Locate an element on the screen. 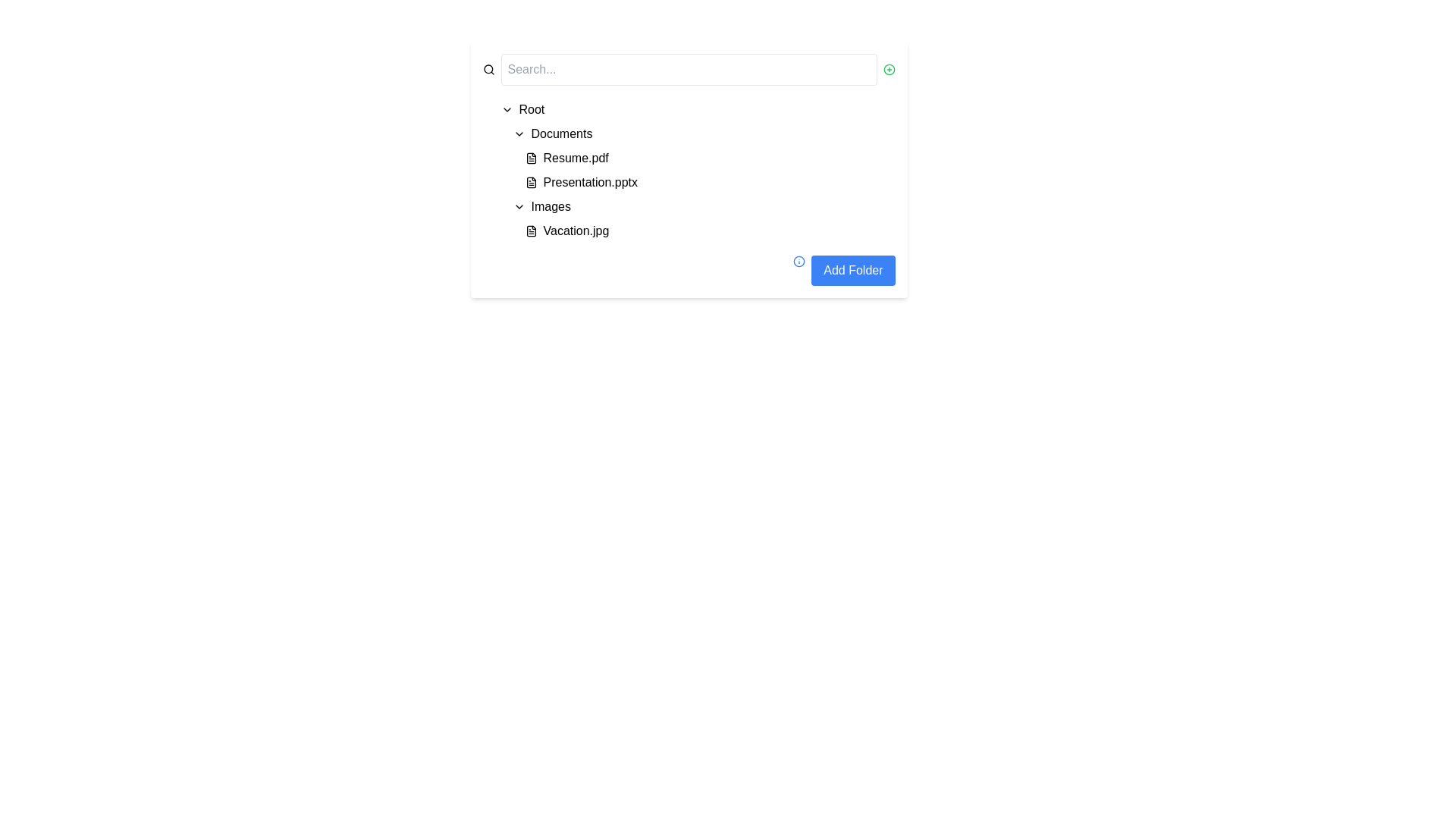 Image resolution: width=1456 pixels, height=819 pixels. the 'Root' text label, which serves as the title for the top level of the displayed file structure, to expand or collapse its contents is located at coordinates (532, 109).